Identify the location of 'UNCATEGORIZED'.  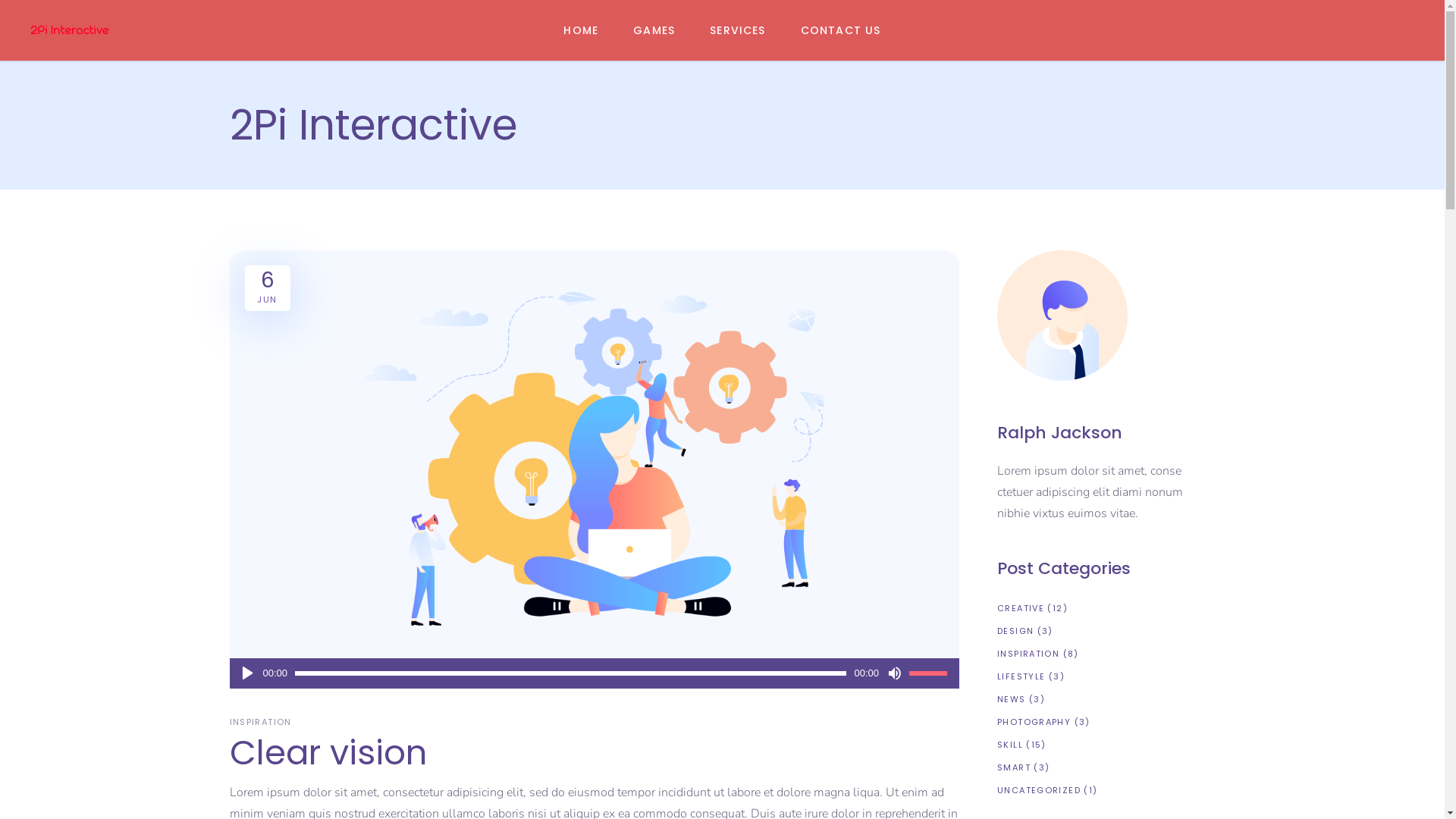
(997, 789).